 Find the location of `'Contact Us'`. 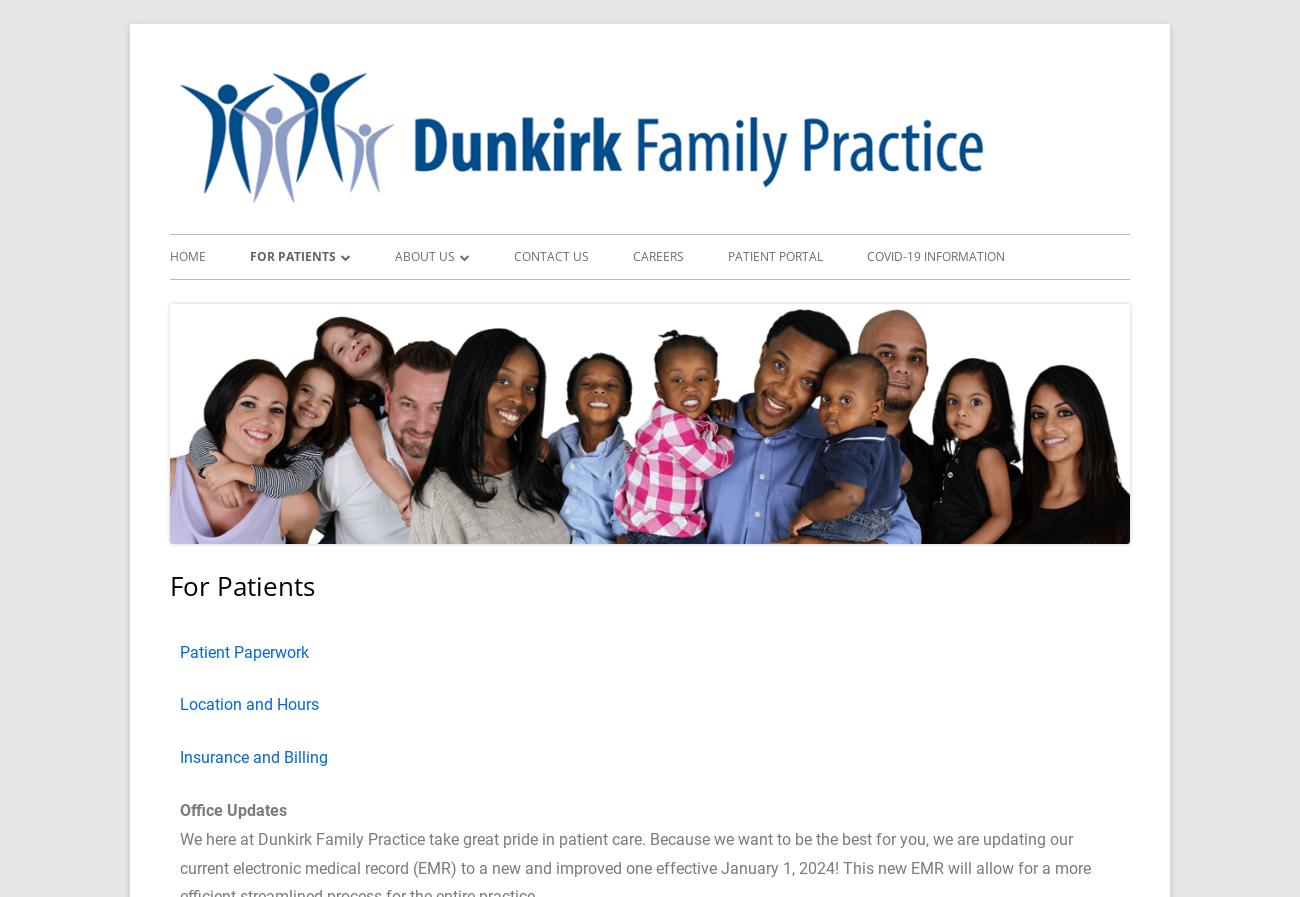

'Contact Us' is located at coordinates (550, 255).